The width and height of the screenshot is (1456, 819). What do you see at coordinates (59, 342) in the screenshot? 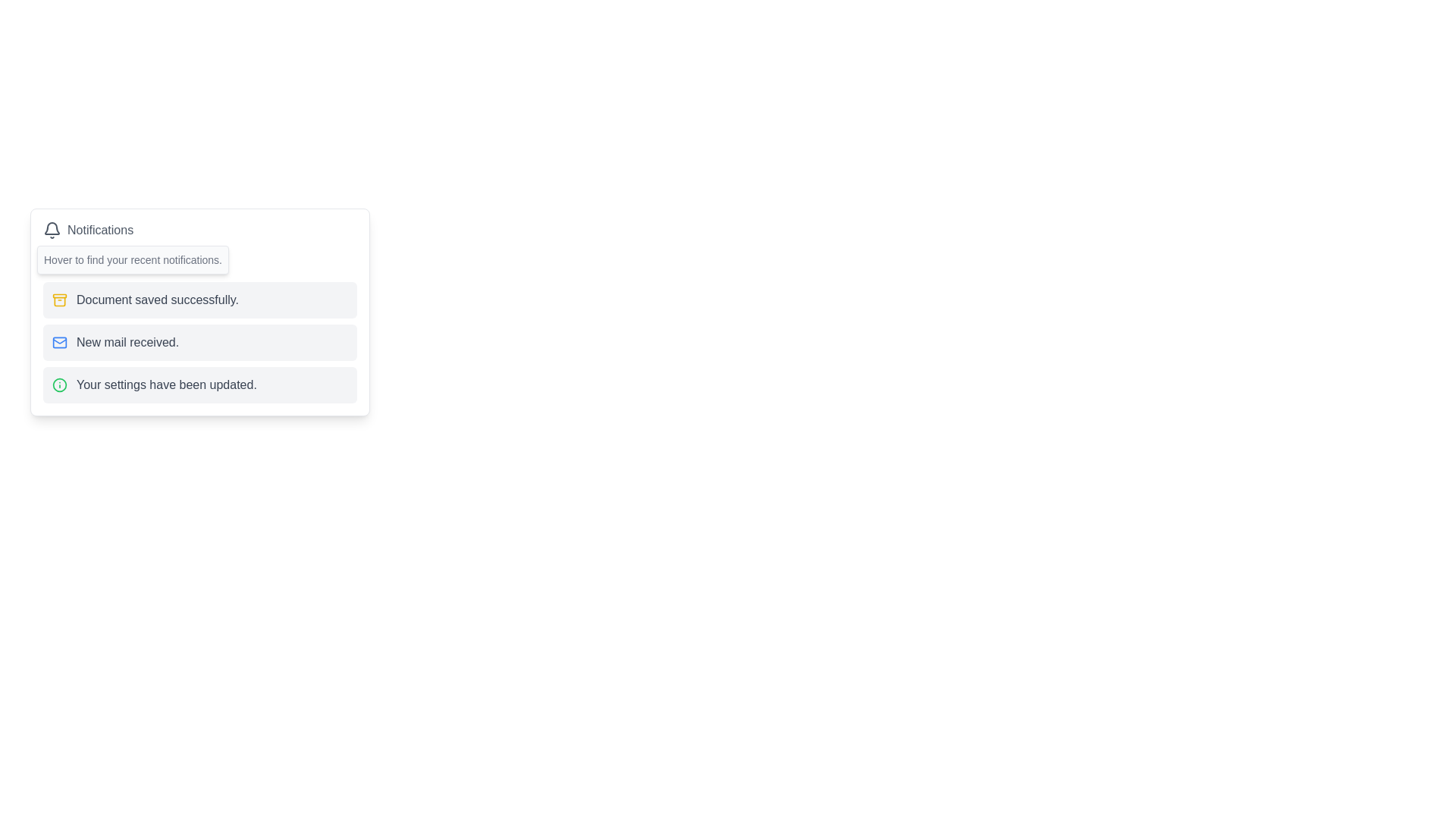
I see `the envelope icon in the notification panel that indicates a new mail message` at bounding box center [59, 342].